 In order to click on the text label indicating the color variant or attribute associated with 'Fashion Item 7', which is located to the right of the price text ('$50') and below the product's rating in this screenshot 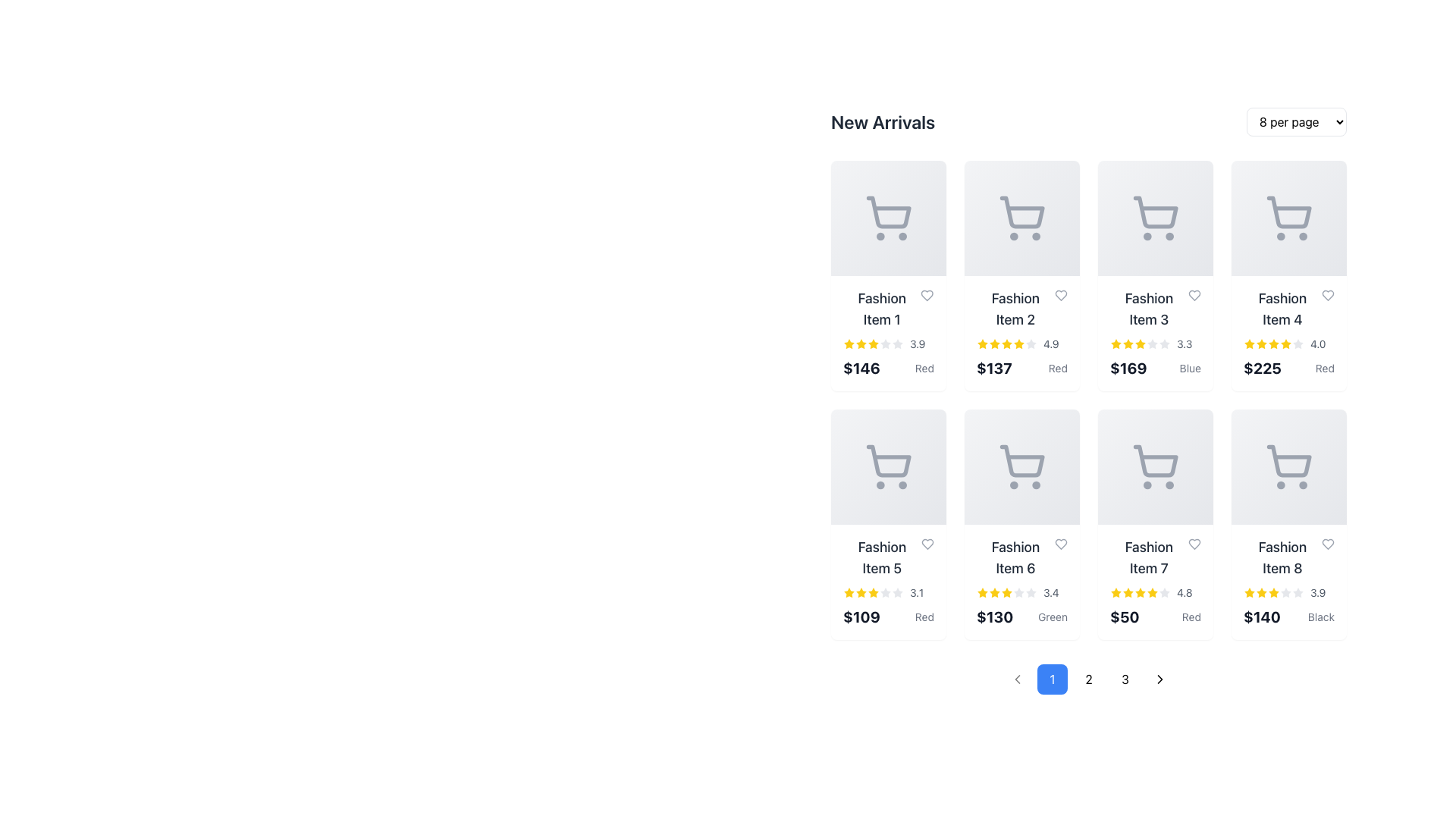, I will do `click(1191, 617)`.